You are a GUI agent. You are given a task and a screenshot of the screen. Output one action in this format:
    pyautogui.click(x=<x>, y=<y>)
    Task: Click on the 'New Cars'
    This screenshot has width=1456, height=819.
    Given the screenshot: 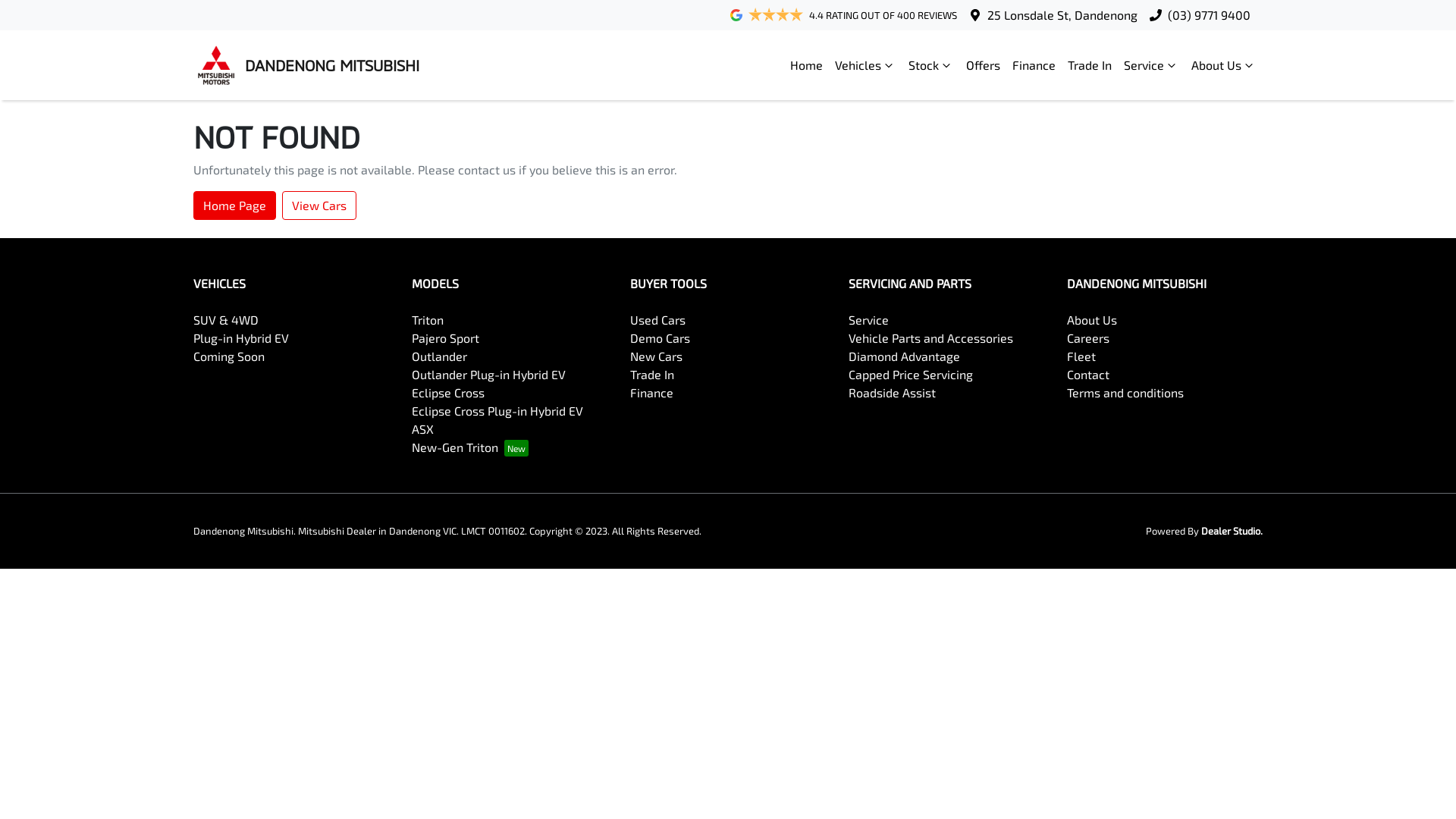 What is the action you would take?
    pyautogui.click(x=656, y=356)
    